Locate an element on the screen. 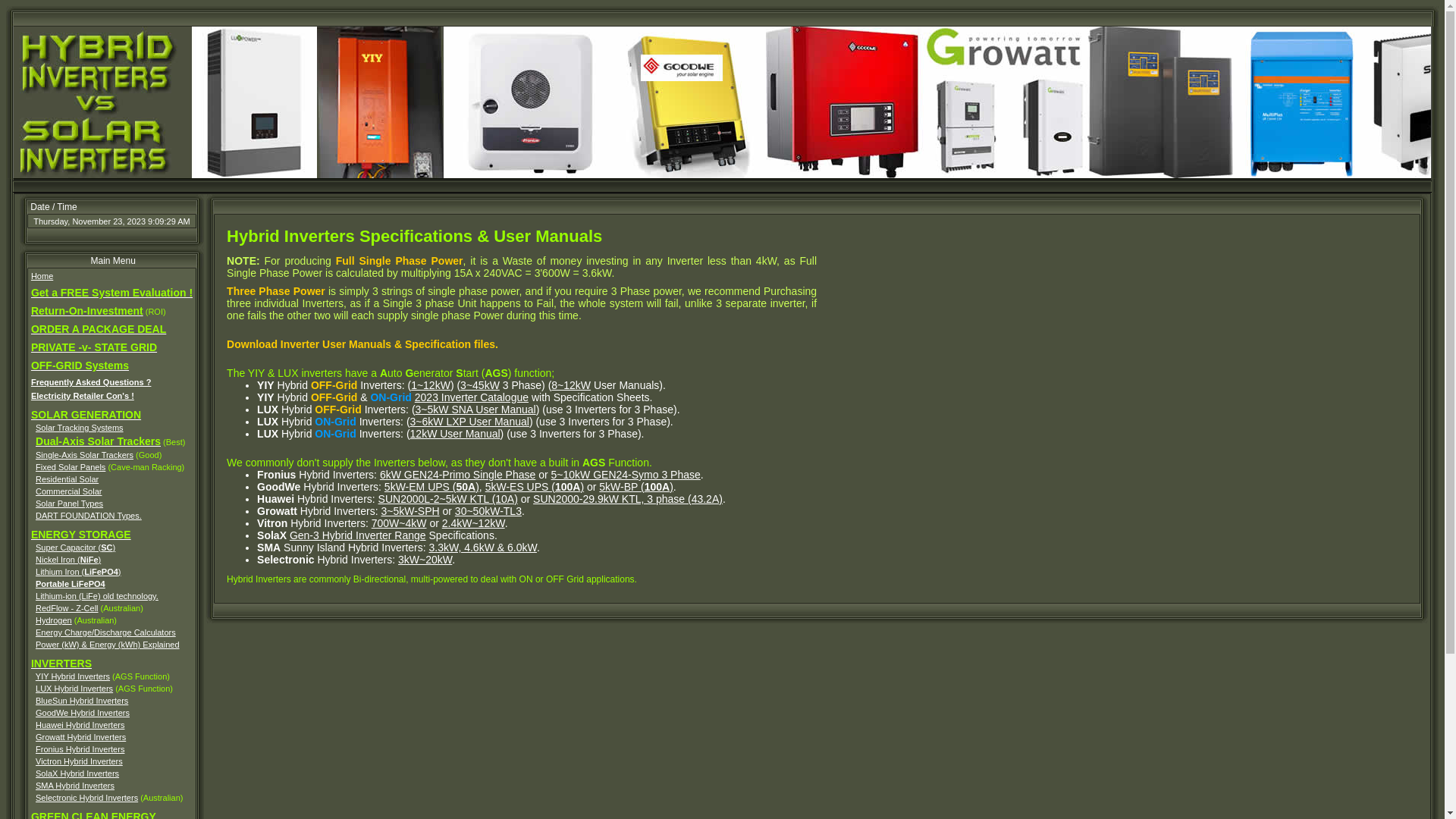 This screenshot has height=819, width=1456. '2023 Inverter Catalogue' is located at coordinates (471, 397).